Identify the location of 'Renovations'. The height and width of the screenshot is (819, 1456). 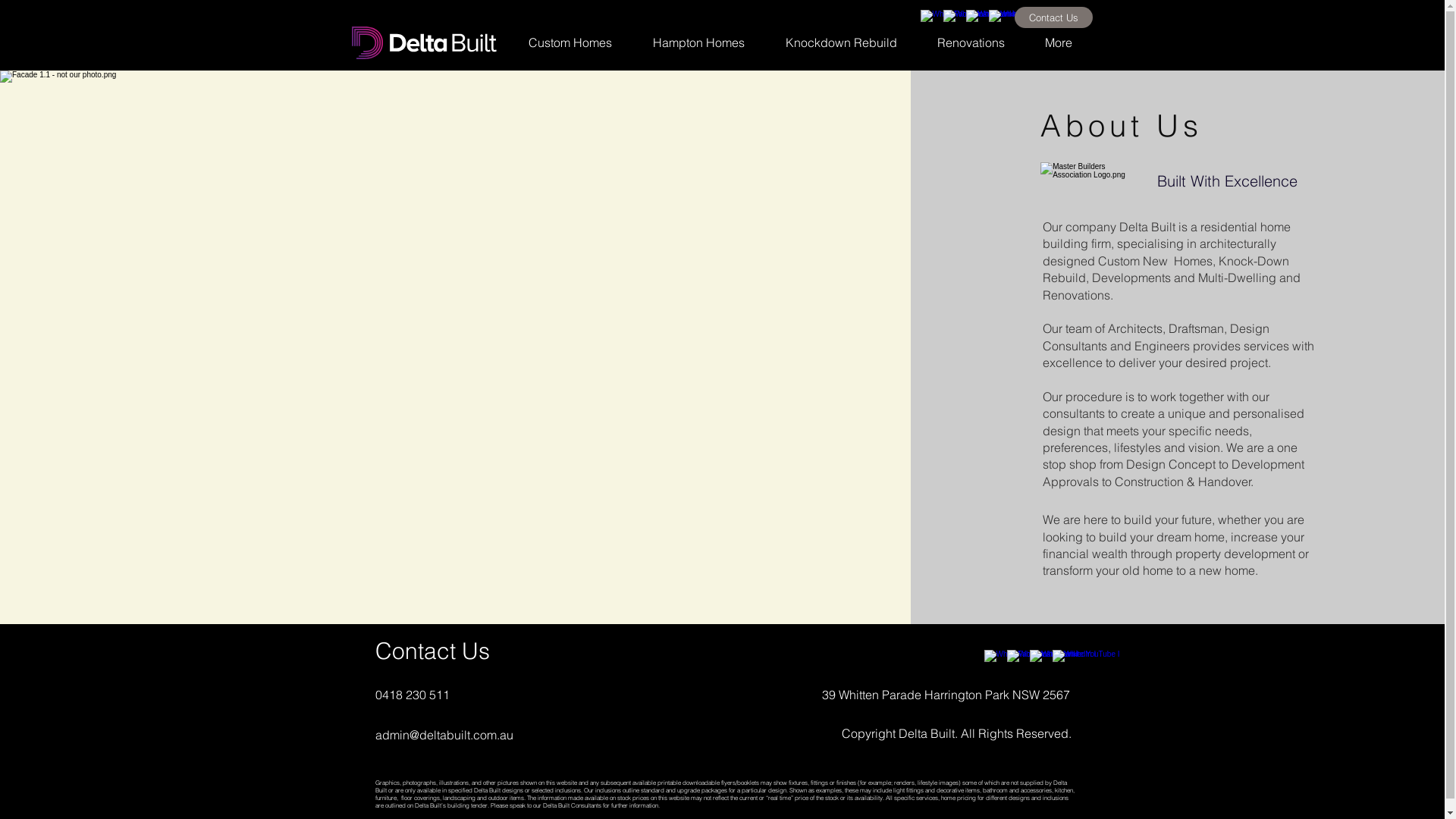
(971, 42).